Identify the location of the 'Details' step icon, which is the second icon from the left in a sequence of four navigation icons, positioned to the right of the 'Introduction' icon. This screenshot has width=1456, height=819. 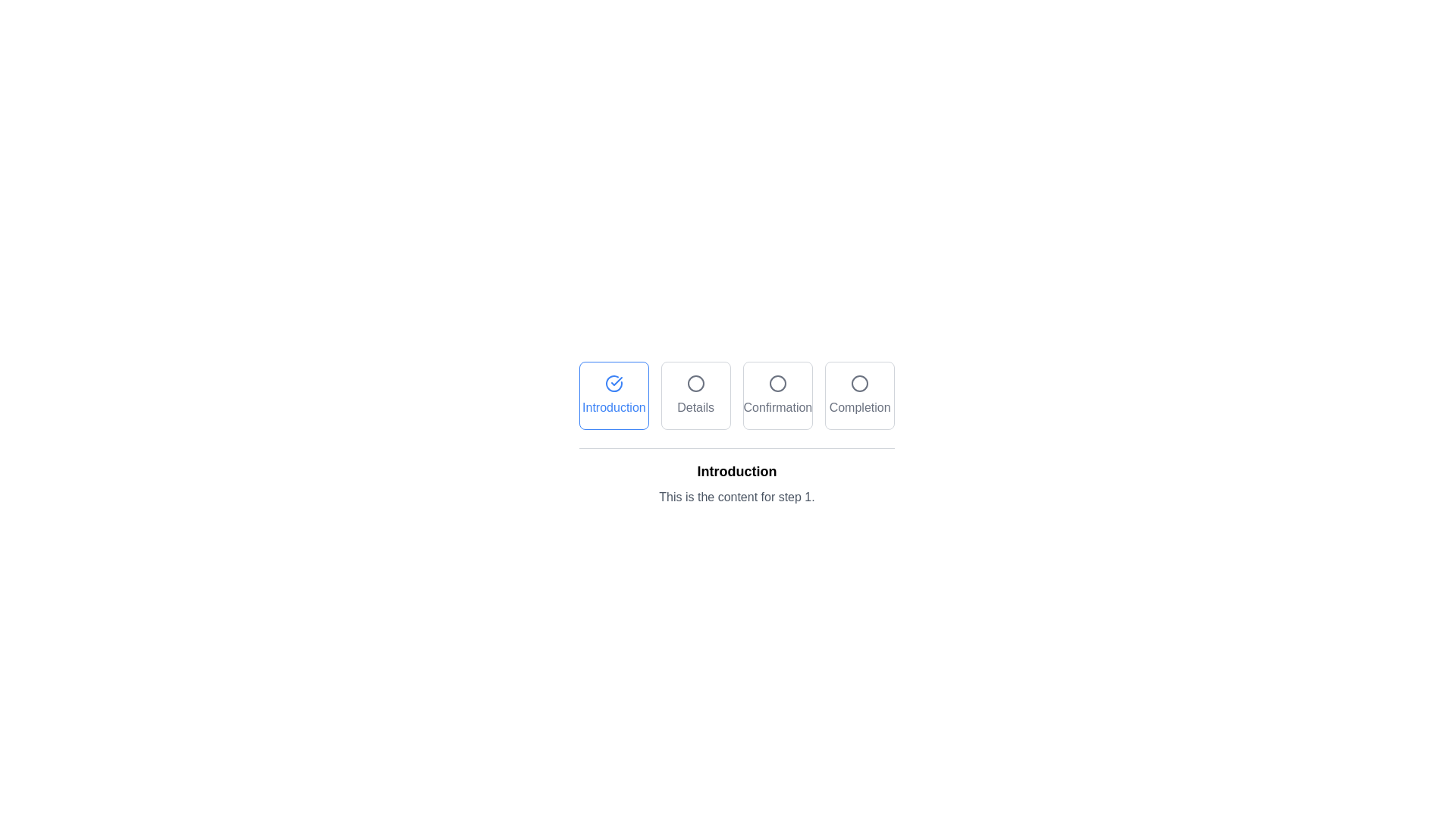
(695, 382).